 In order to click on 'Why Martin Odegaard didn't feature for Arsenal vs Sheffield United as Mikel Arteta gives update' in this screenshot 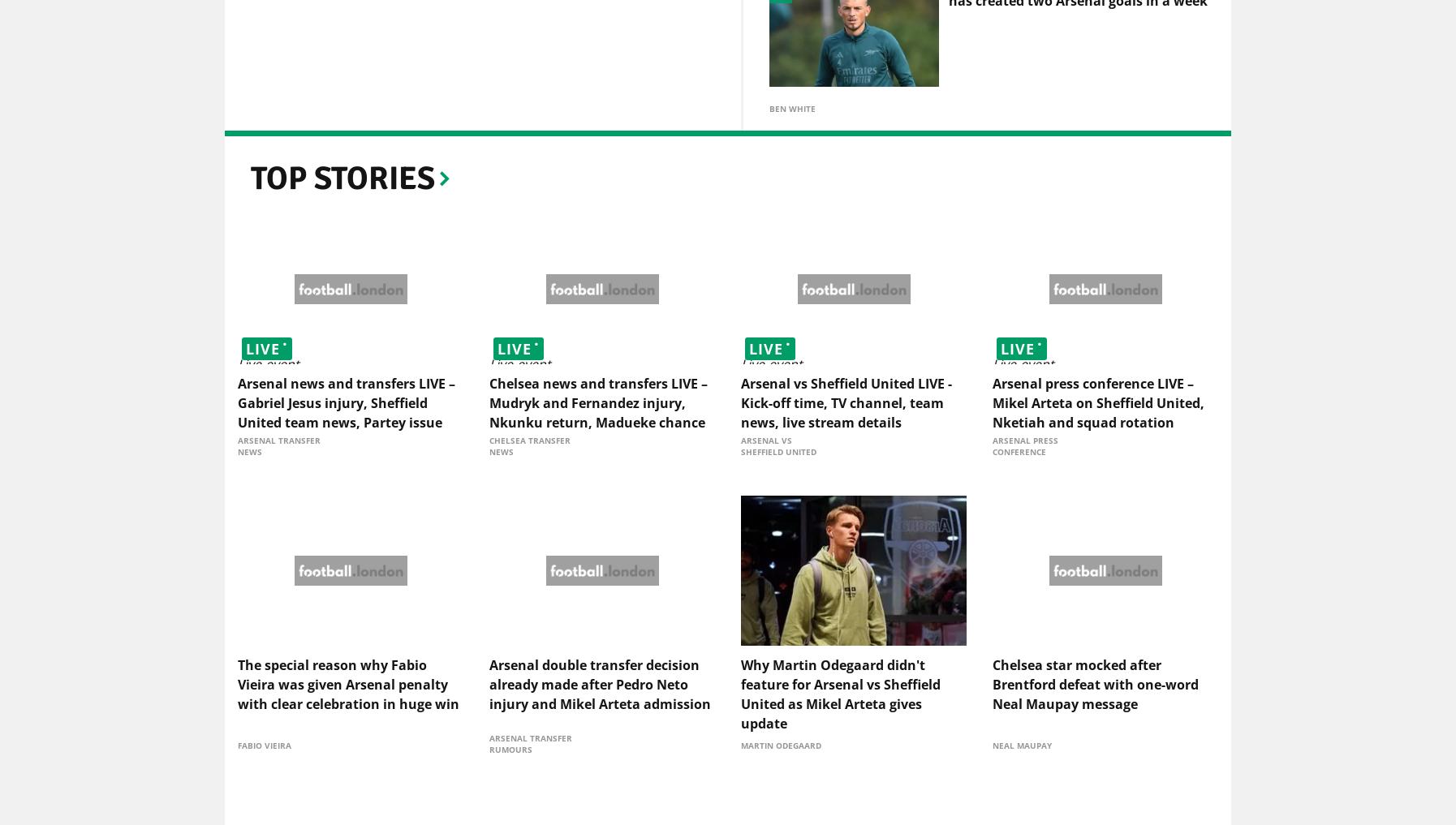, I will do `click(840, 696)`.